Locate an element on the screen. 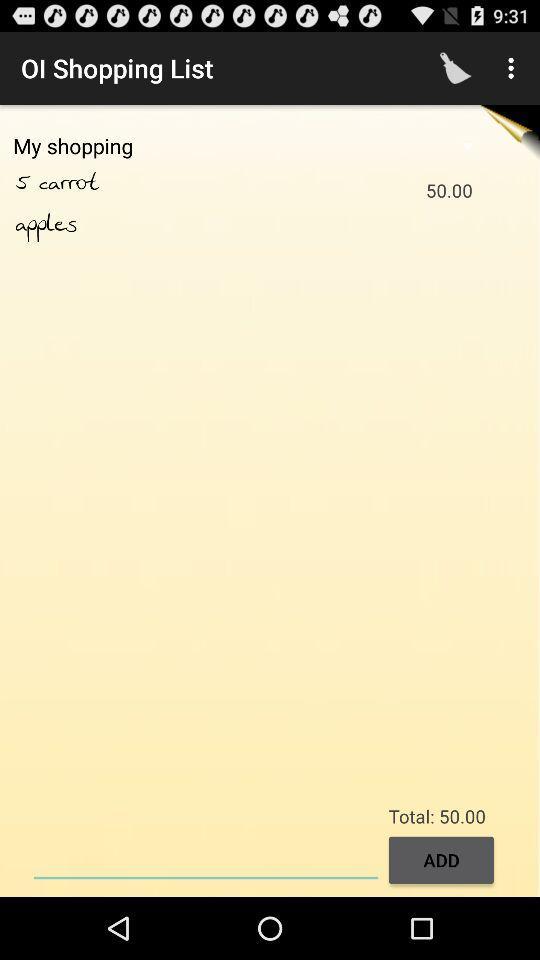  item next to the 50.00 is located at coordinates (90, 183).